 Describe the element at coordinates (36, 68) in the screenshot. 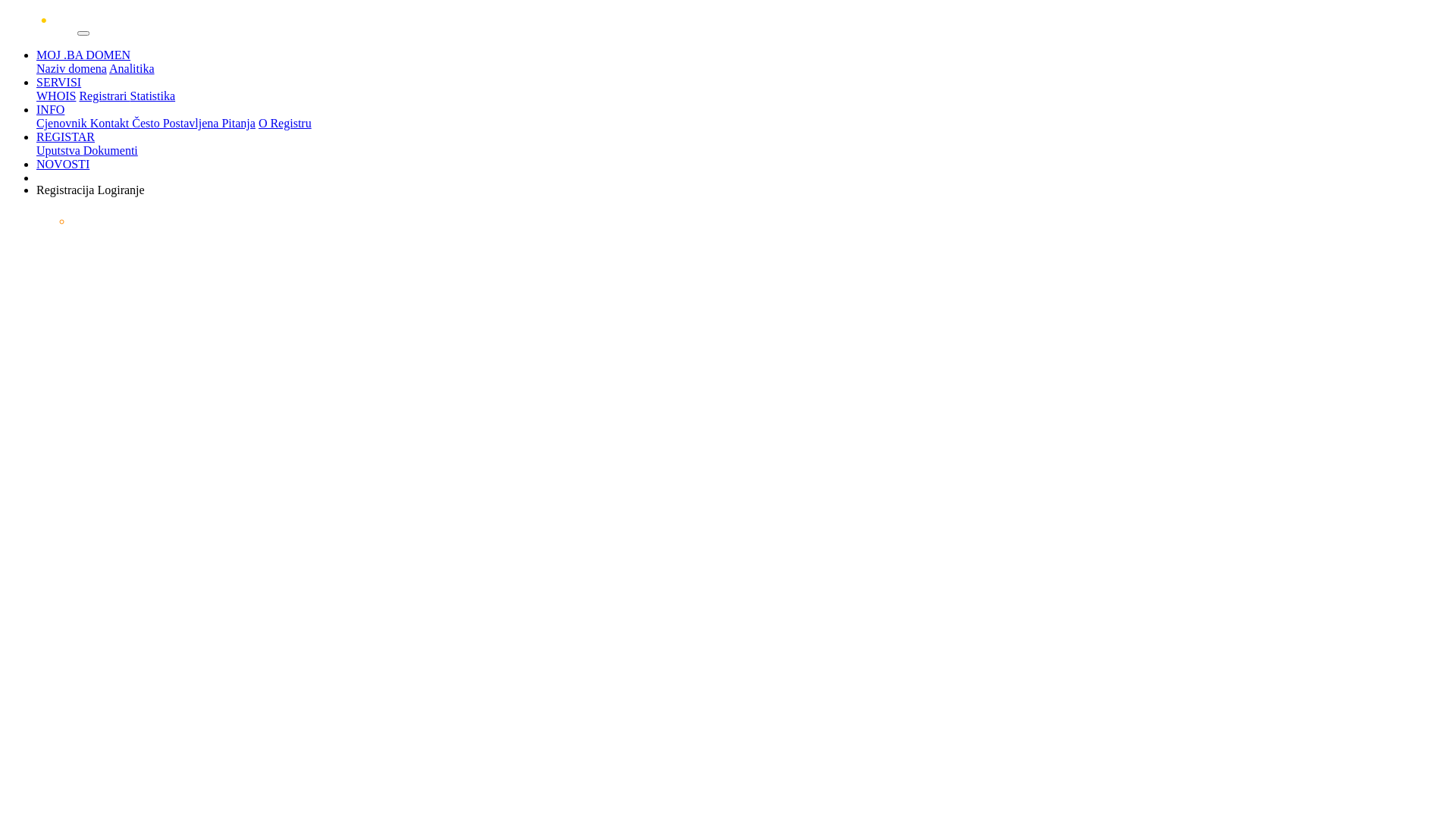

I see `'Naziv domena'` at that location.